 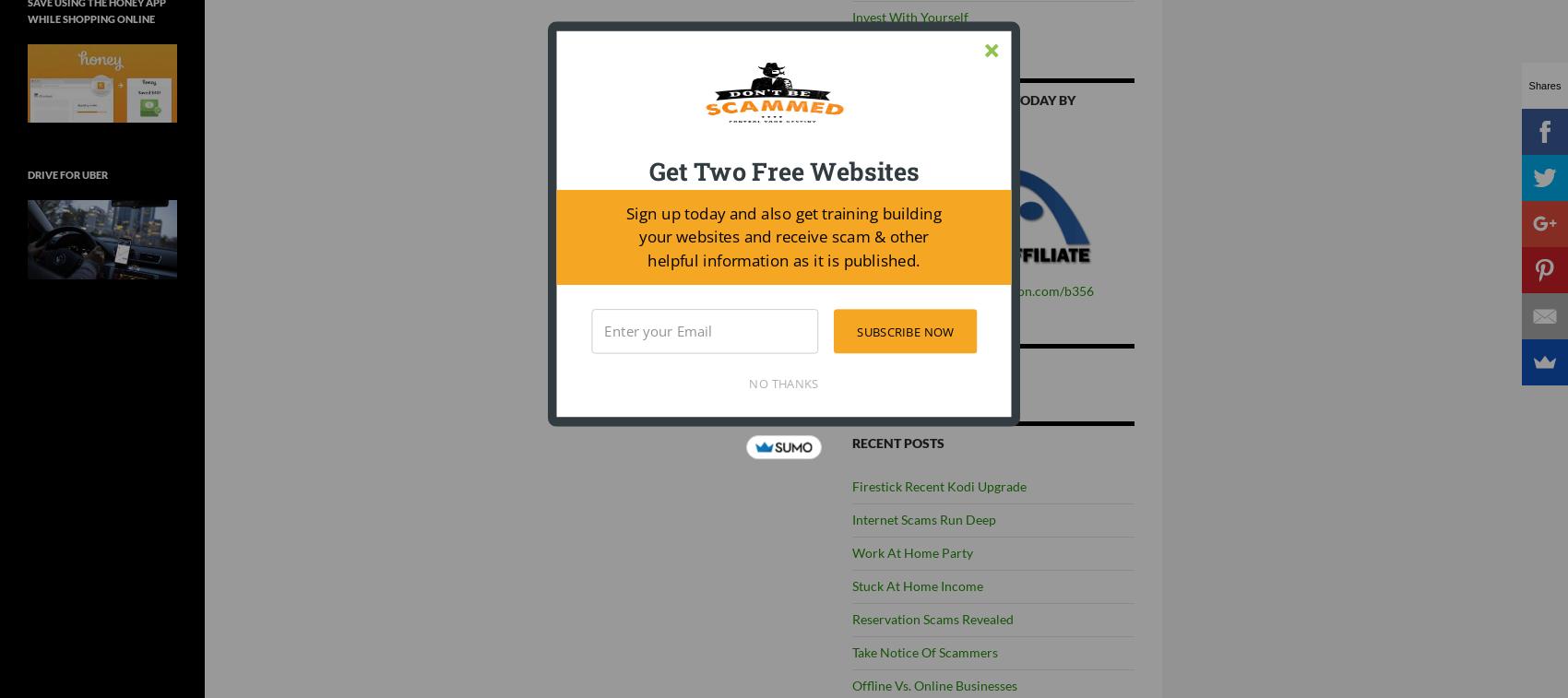 What do you see at coordinates (922, 519) in the screenshot?
I see `'Internet Scams Run Deep'` at bounding box center [922, 519].